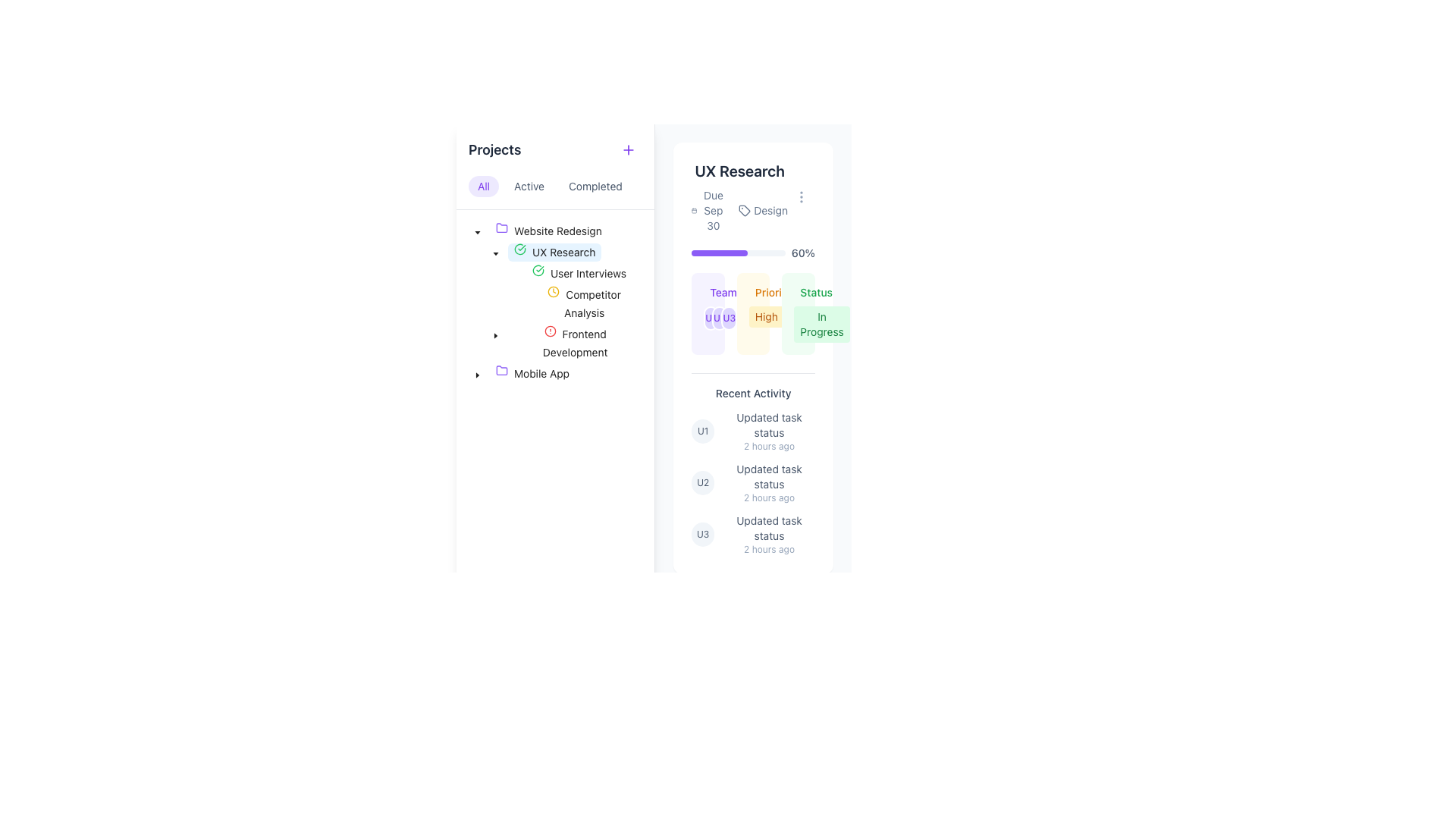 This screenshot has width=1456, height=819. What do you see at coordinates (629, 149) in the screenshot?
I see `the circular button for creating a new project in the 'Projects' section` at bounding box center [629, 149].